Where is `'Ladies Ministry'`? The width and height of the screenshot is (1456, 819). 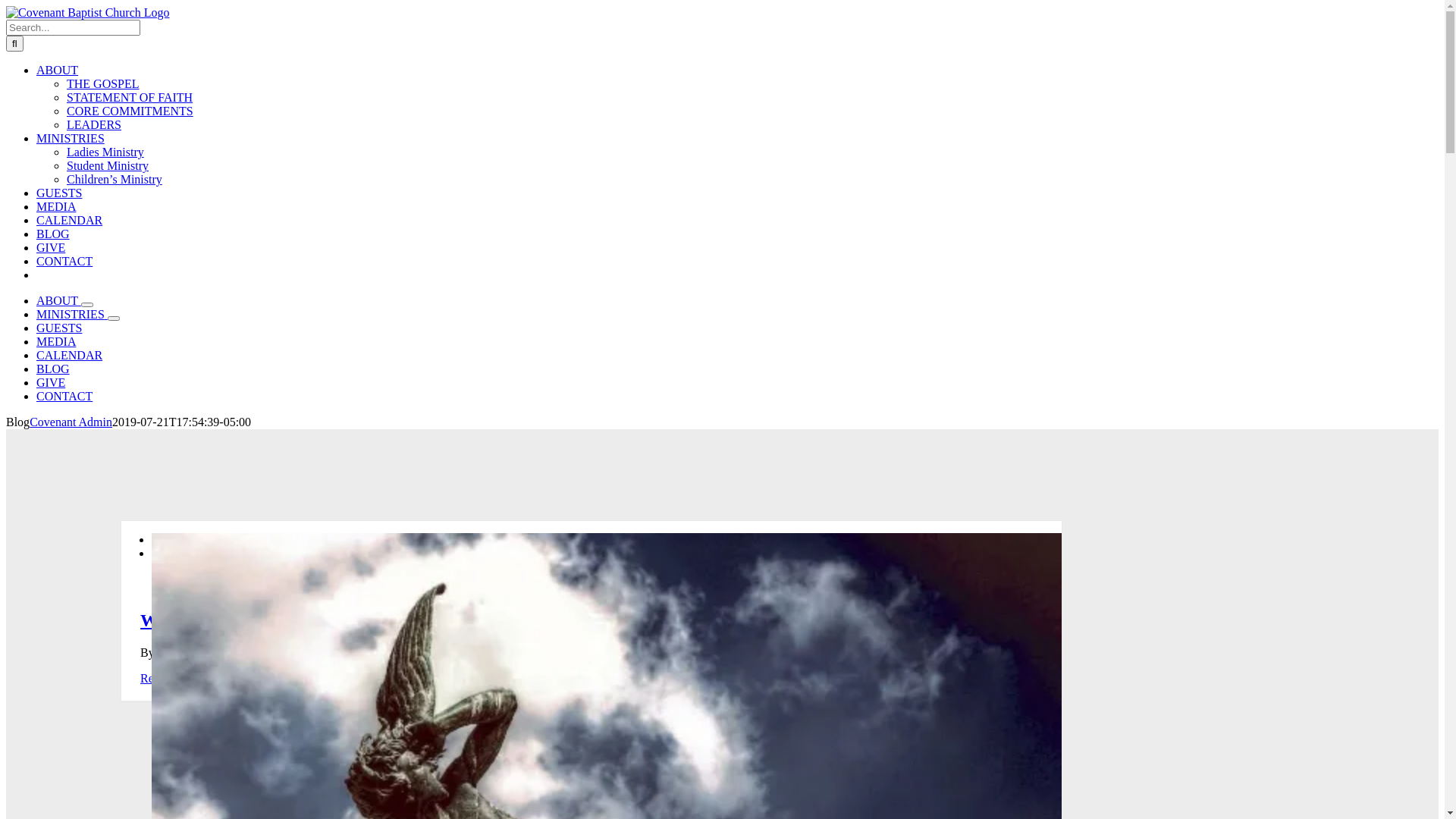
'Ladies Ministry' is located at coordinates (105, 152).